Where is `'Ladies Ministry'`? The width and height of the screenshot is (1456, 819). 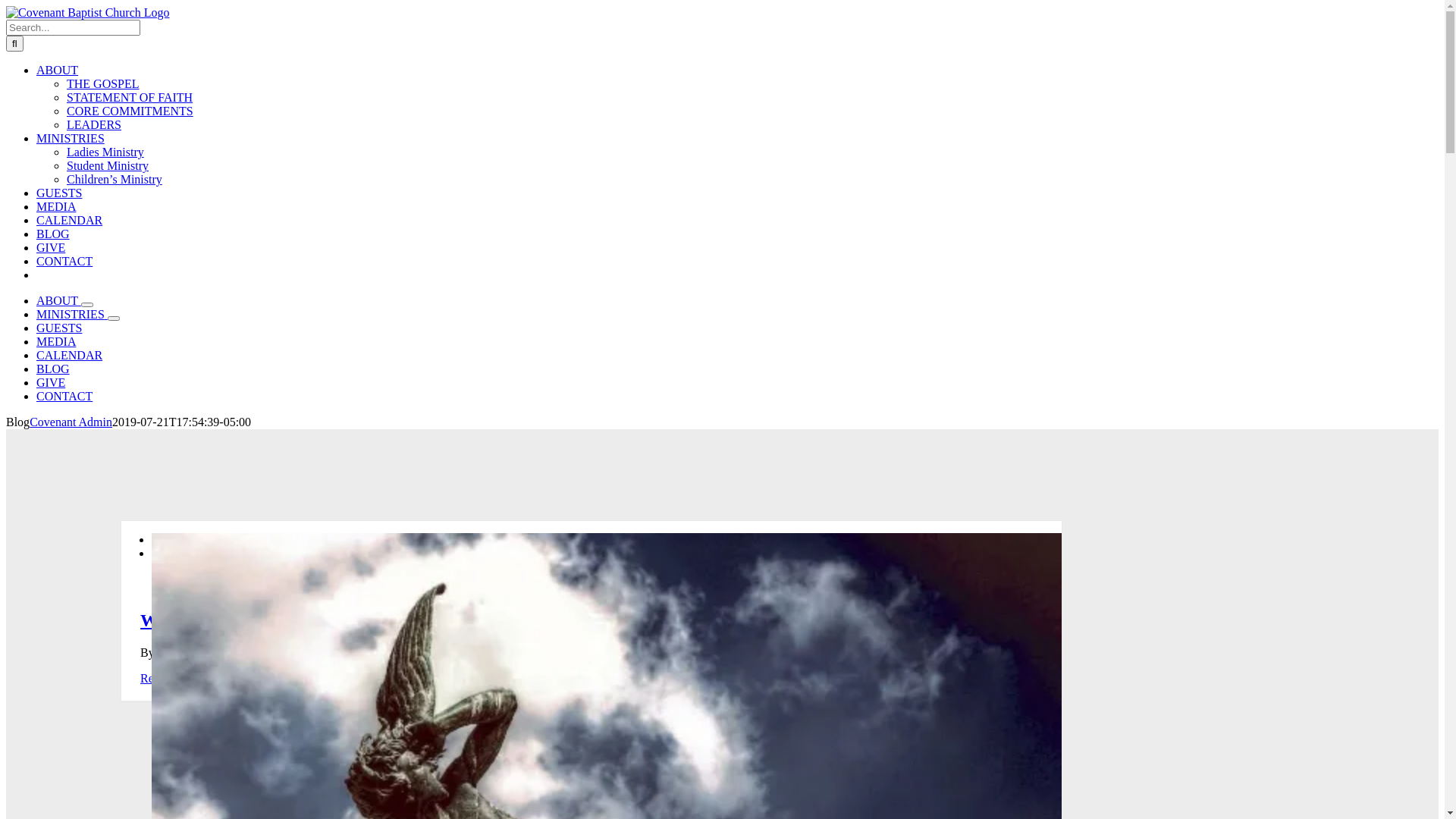
'Ladies Ministry' is located at coordinates (105, 152).